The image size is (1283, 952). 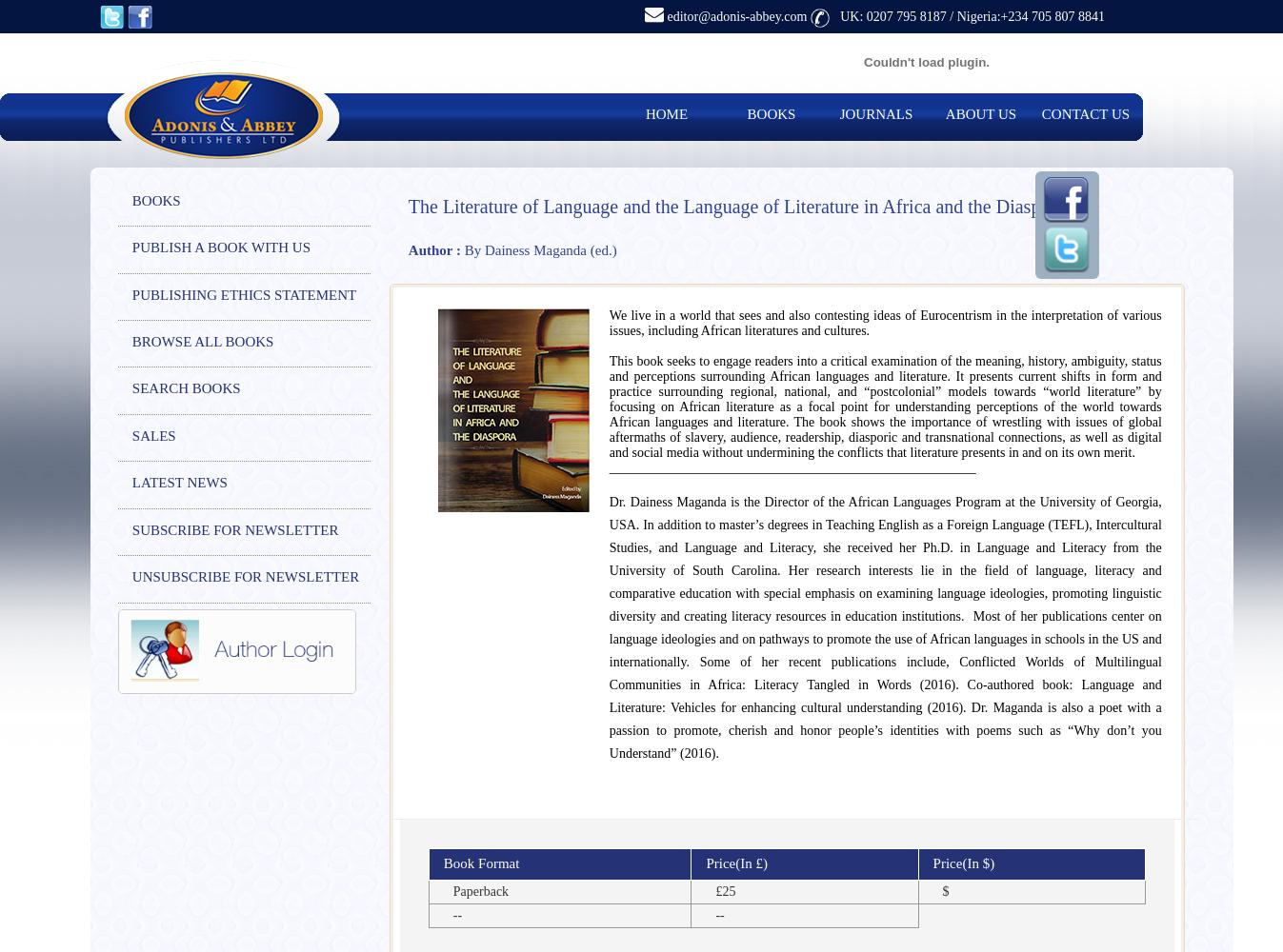 I want to click on 'BROWSE ALL BOOKS', so click(x=201, y=341).